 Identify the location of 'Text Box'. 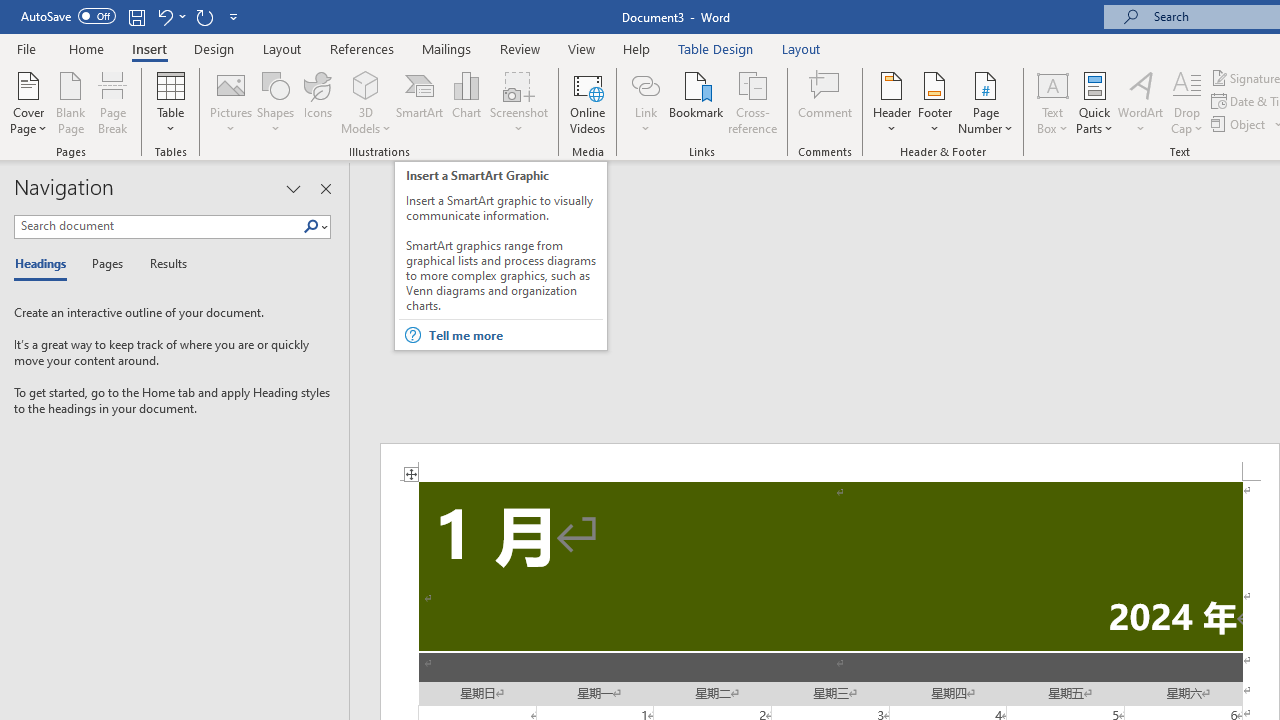
(1051, 103).